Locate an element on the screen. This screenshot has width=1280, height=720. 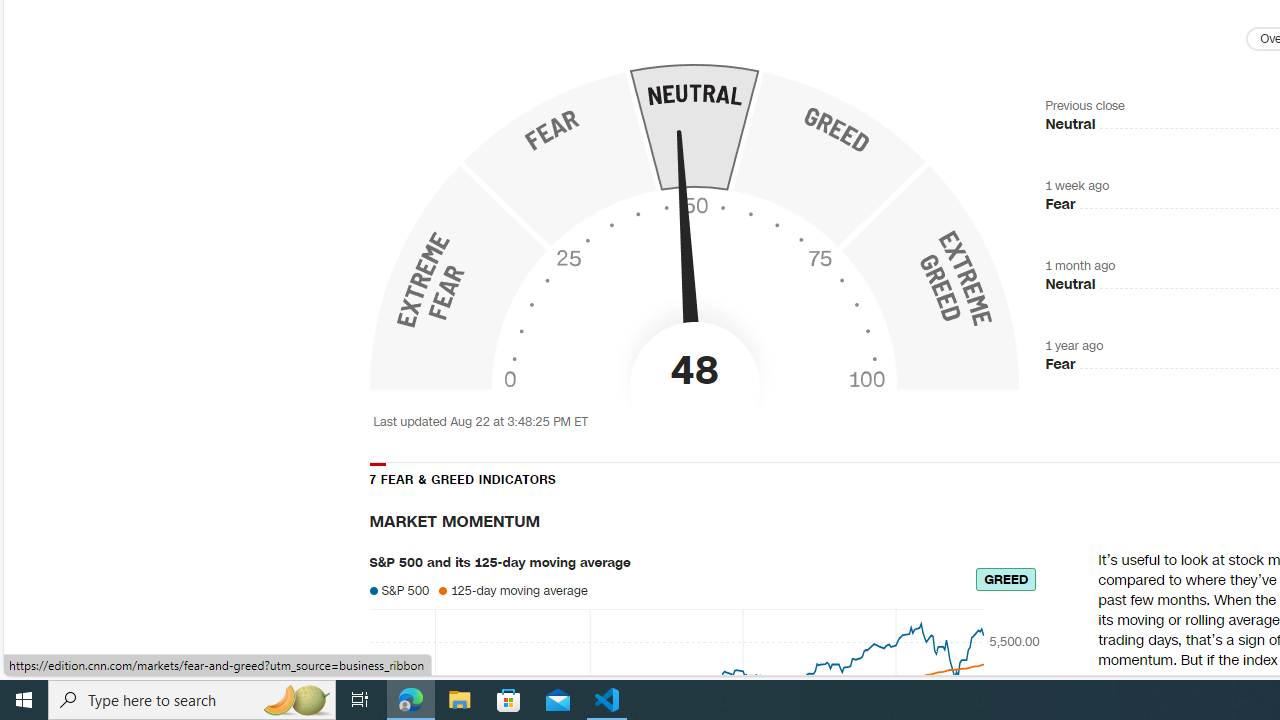
'Fear & Greed Index - Investor Sentiment ' is located at coordinates (694, 228).